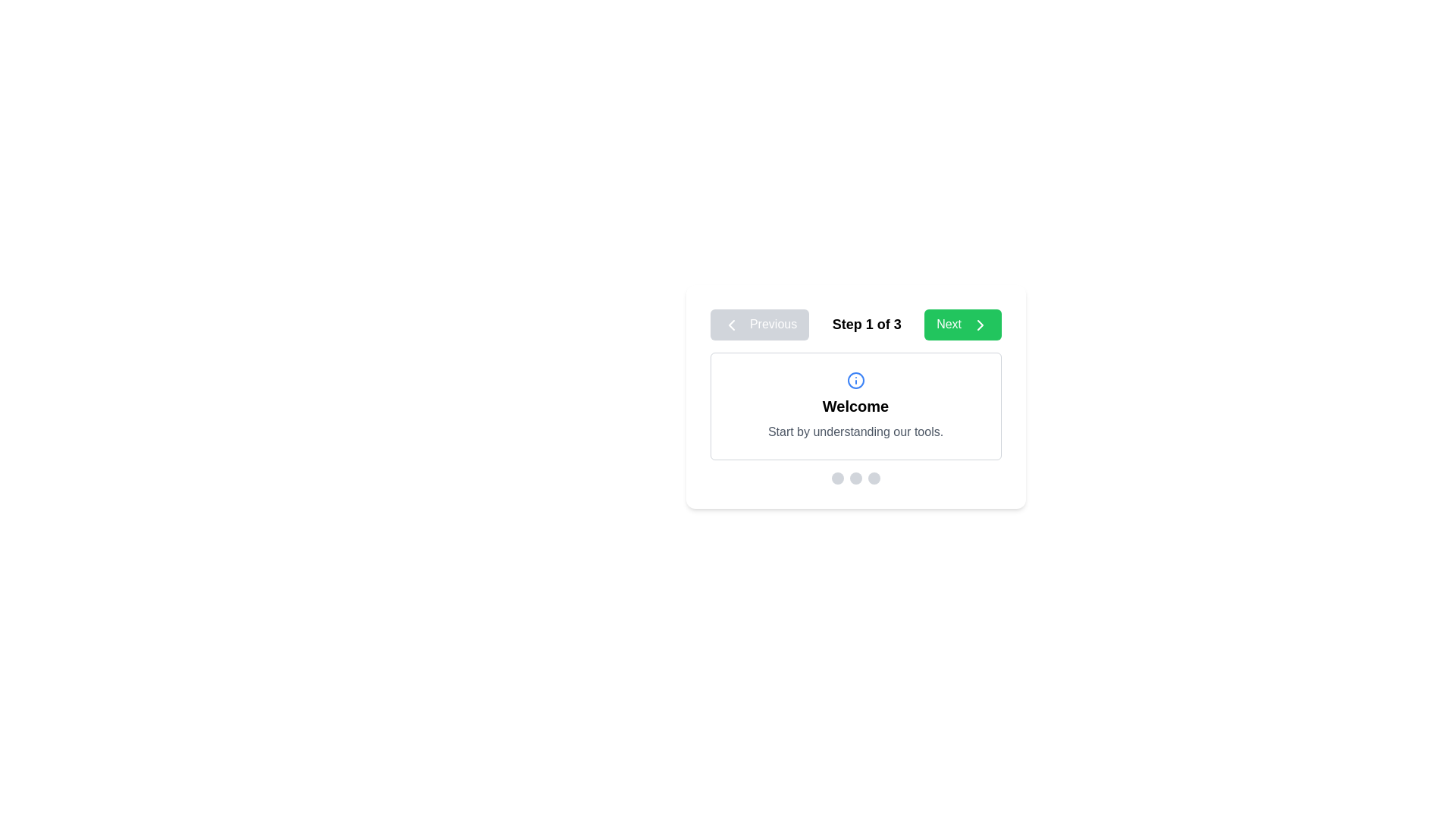 This screenshot has height=819, width=1456. Describe the element at coordinates (867, 324) in the screenshot. I see `the static text indicator that shows the user is on the first of three steps in the navigation bar, located centrally between the 'Previous' and 'Next' buttons` at that location.